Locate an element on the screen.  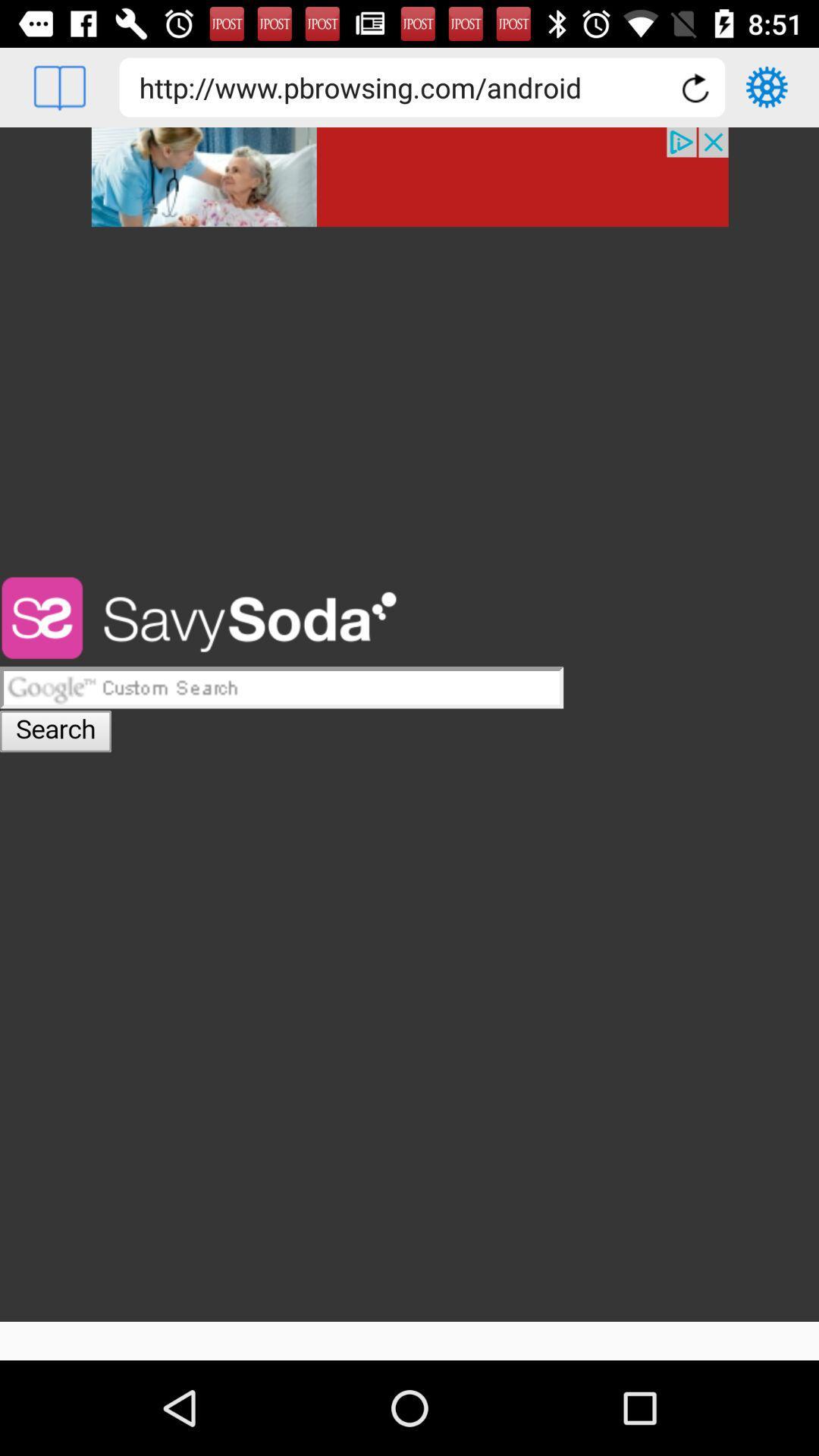
choose settings is located at coordinates (767, 86).